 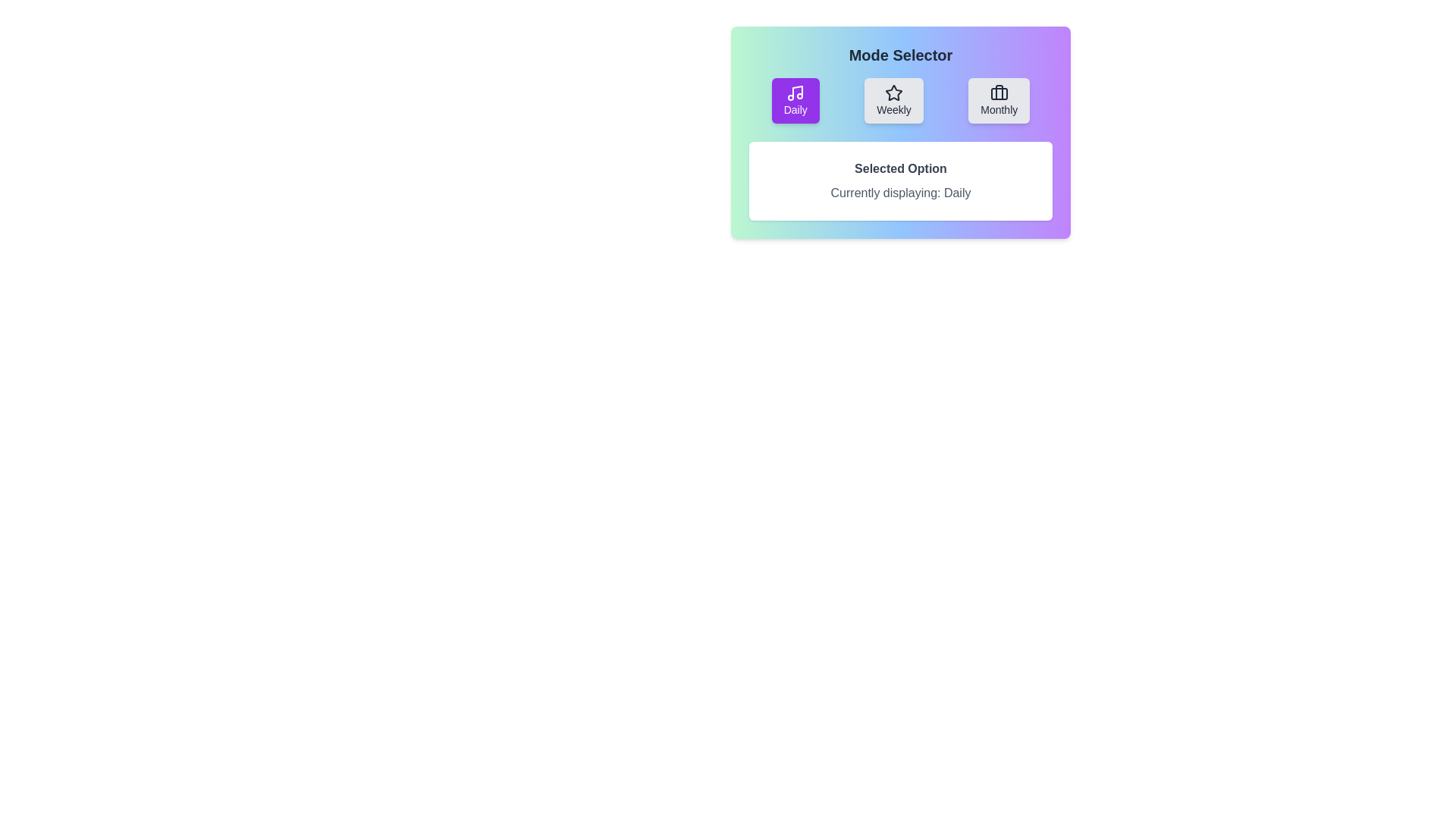 I want to click on the 'Monthly' button located at the top-right position among three buttons, following the 'Daily' and 'Weekly' buttons, so click(x=999, y=100).